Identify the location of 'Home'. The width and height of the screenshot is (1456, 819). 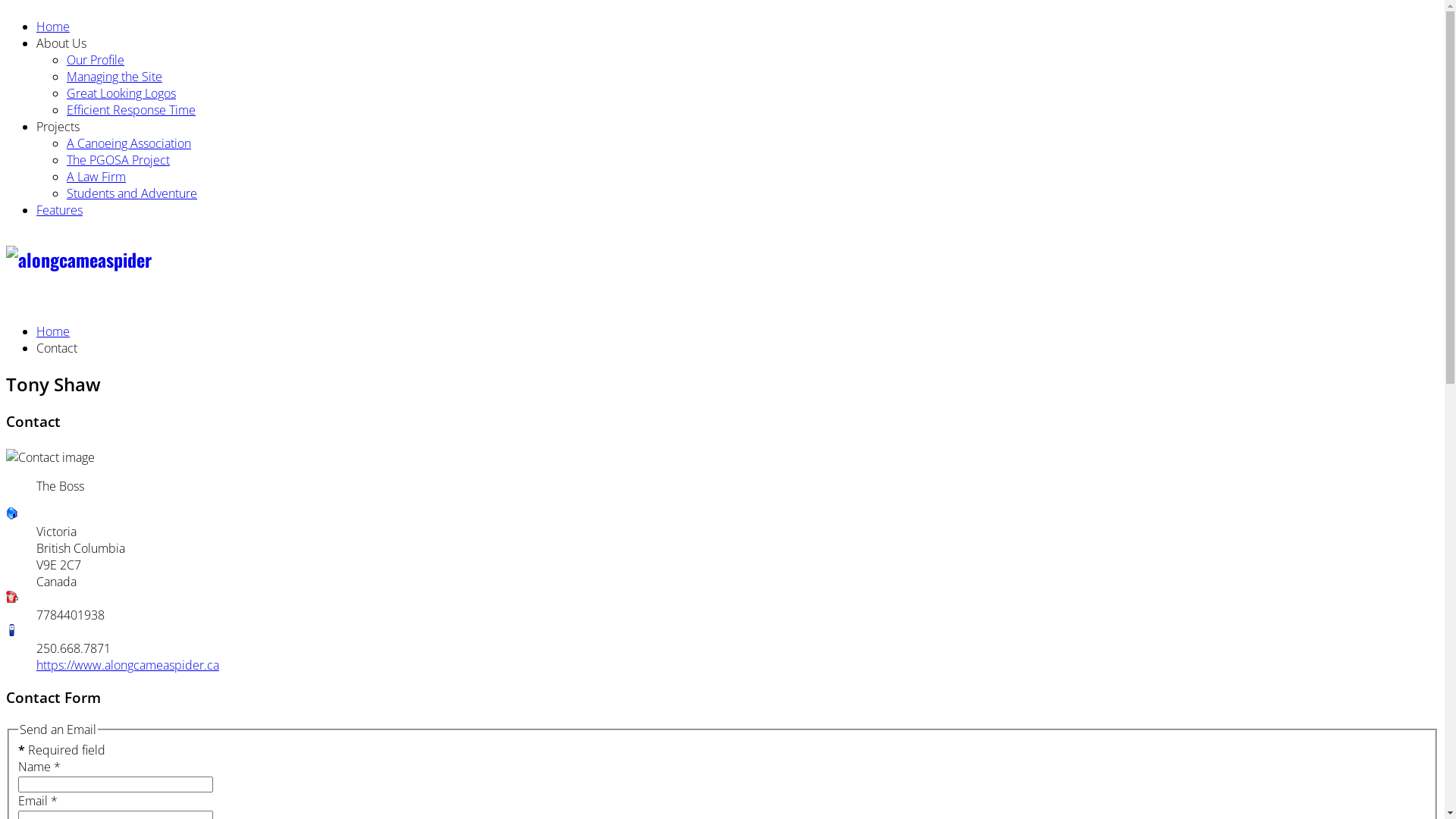
(53, 330).